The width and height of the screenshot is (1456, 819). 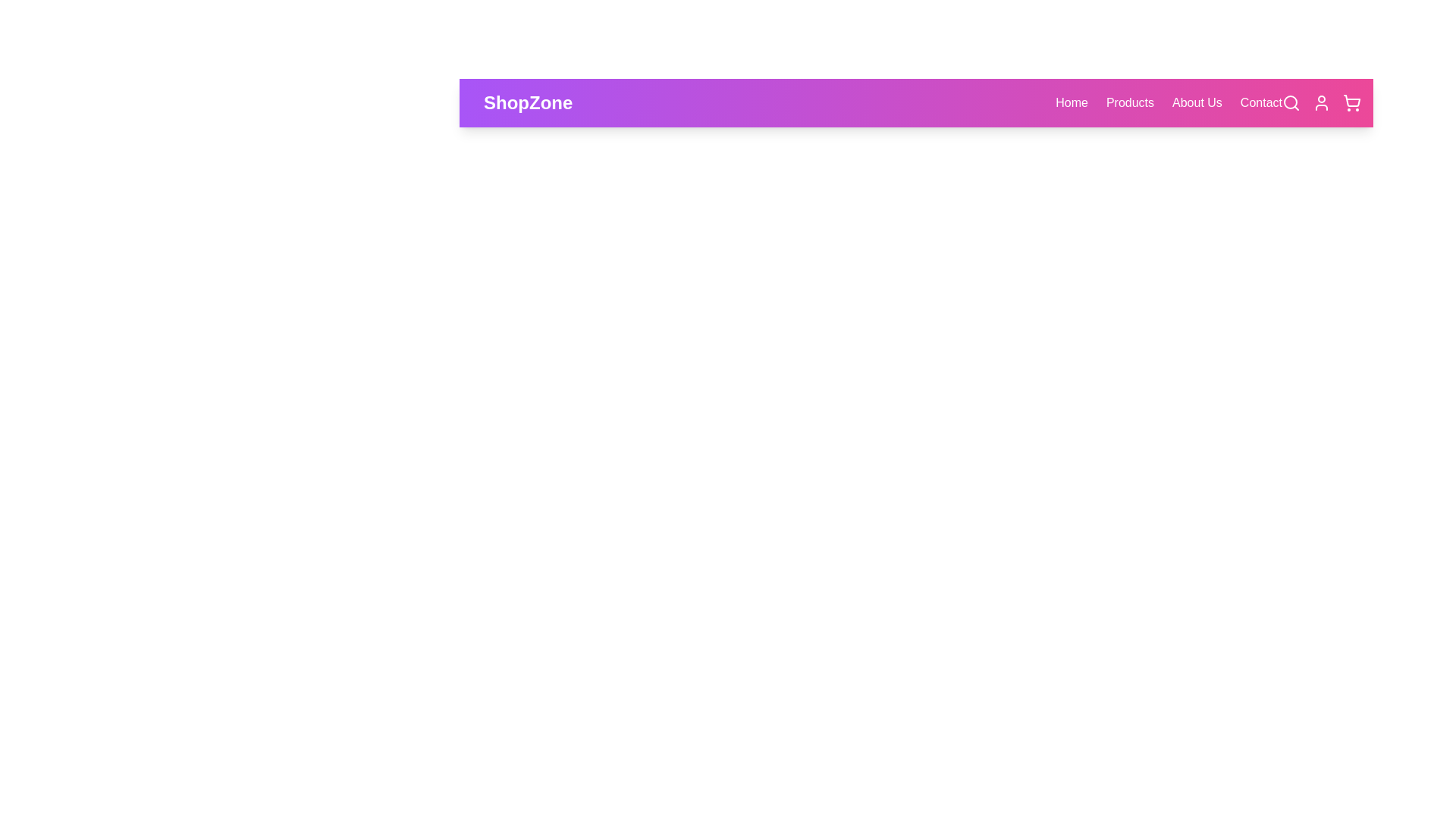 What do you see at coordinates (1071, 102) in the screenshot?
I see `the Home link in the navigation bar to navigate to the respective section` at bounding box center [1071, 102].